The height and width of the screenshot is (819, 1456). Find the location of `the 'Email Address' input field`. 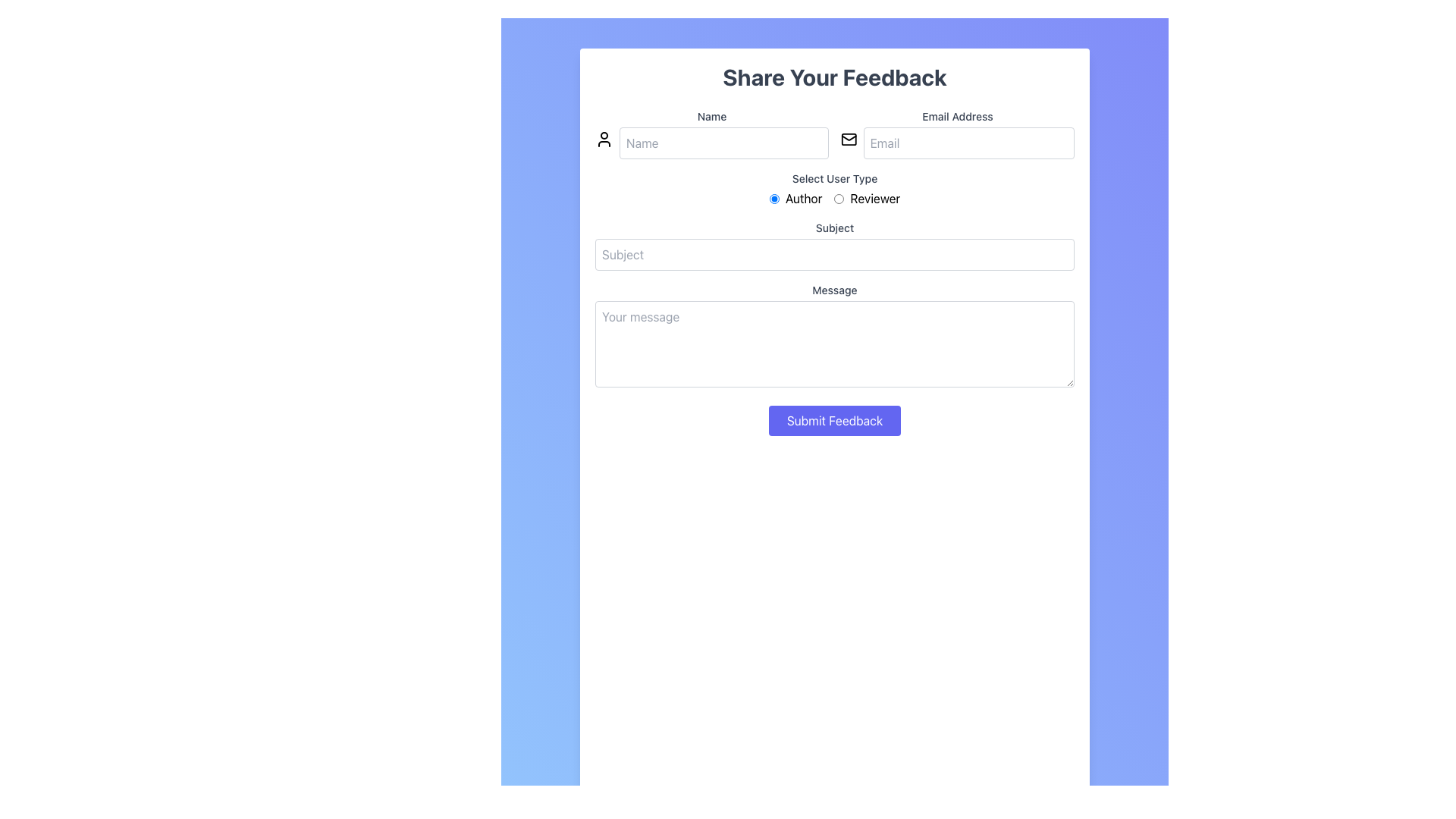

the 'Email Address' input field is located at coordinates (956, 133).